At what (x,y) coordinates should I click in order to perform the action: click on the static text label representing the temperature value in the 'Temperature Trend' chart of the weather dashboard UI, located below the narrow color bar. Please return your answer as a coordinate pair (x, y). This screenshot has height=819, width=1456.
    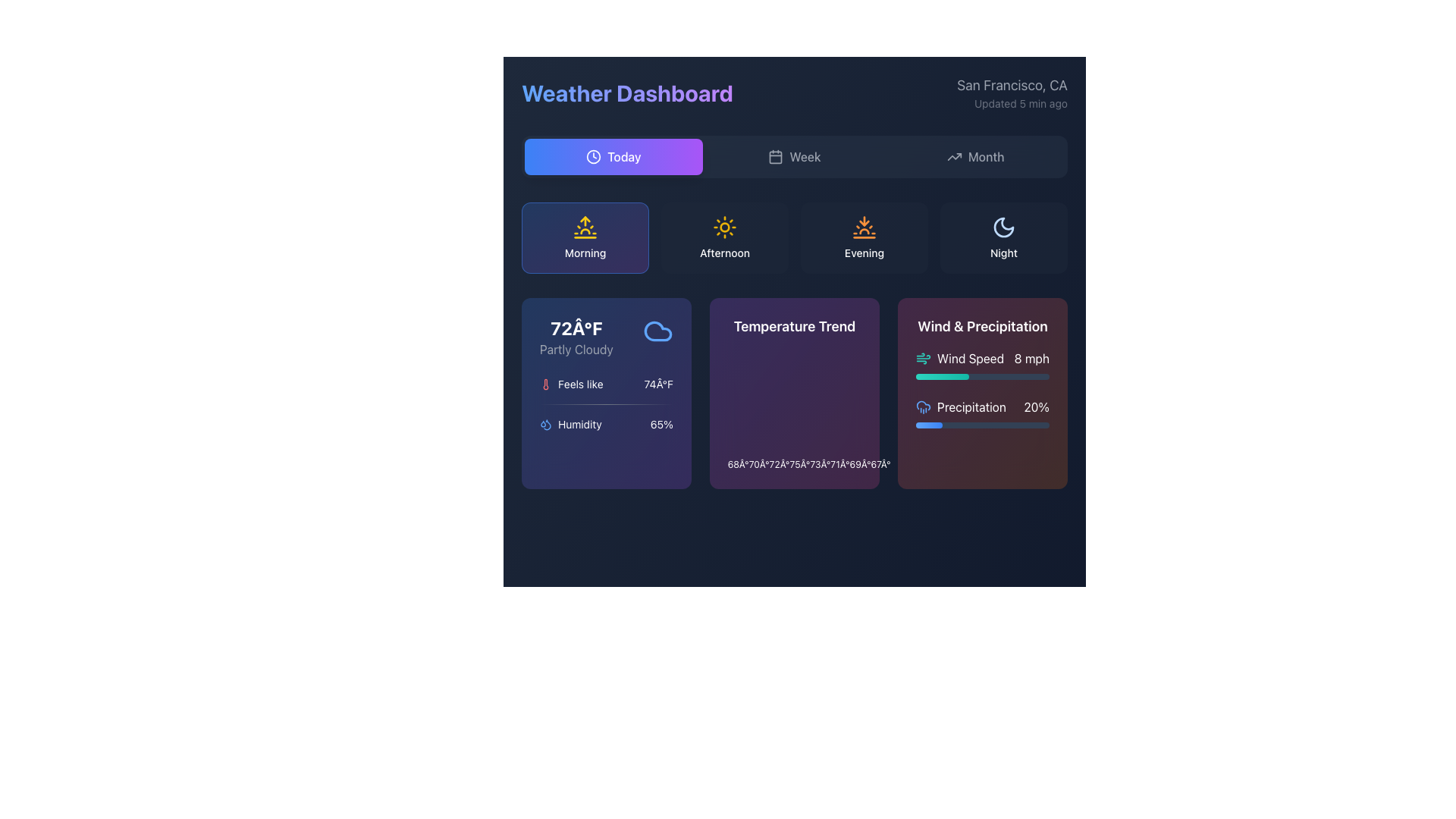
    Looking at the image, I should click on (820, 464).